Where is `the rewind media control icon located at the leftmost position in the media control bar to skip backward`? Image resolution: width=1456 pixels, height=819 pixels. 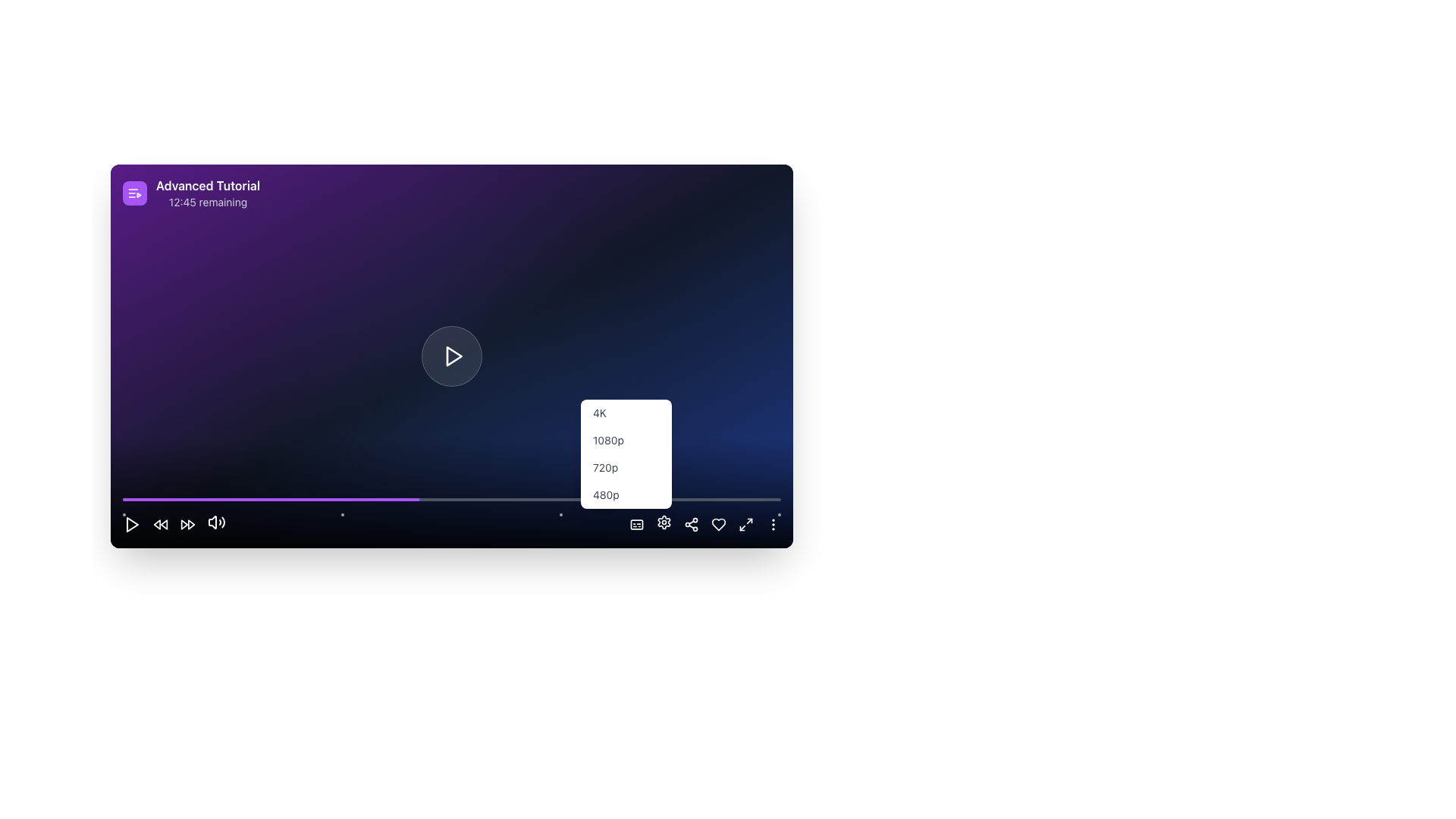
the rewind media control icon located at the leftmost position in the media control bar to skip backward is located at coordinates (184, 524).